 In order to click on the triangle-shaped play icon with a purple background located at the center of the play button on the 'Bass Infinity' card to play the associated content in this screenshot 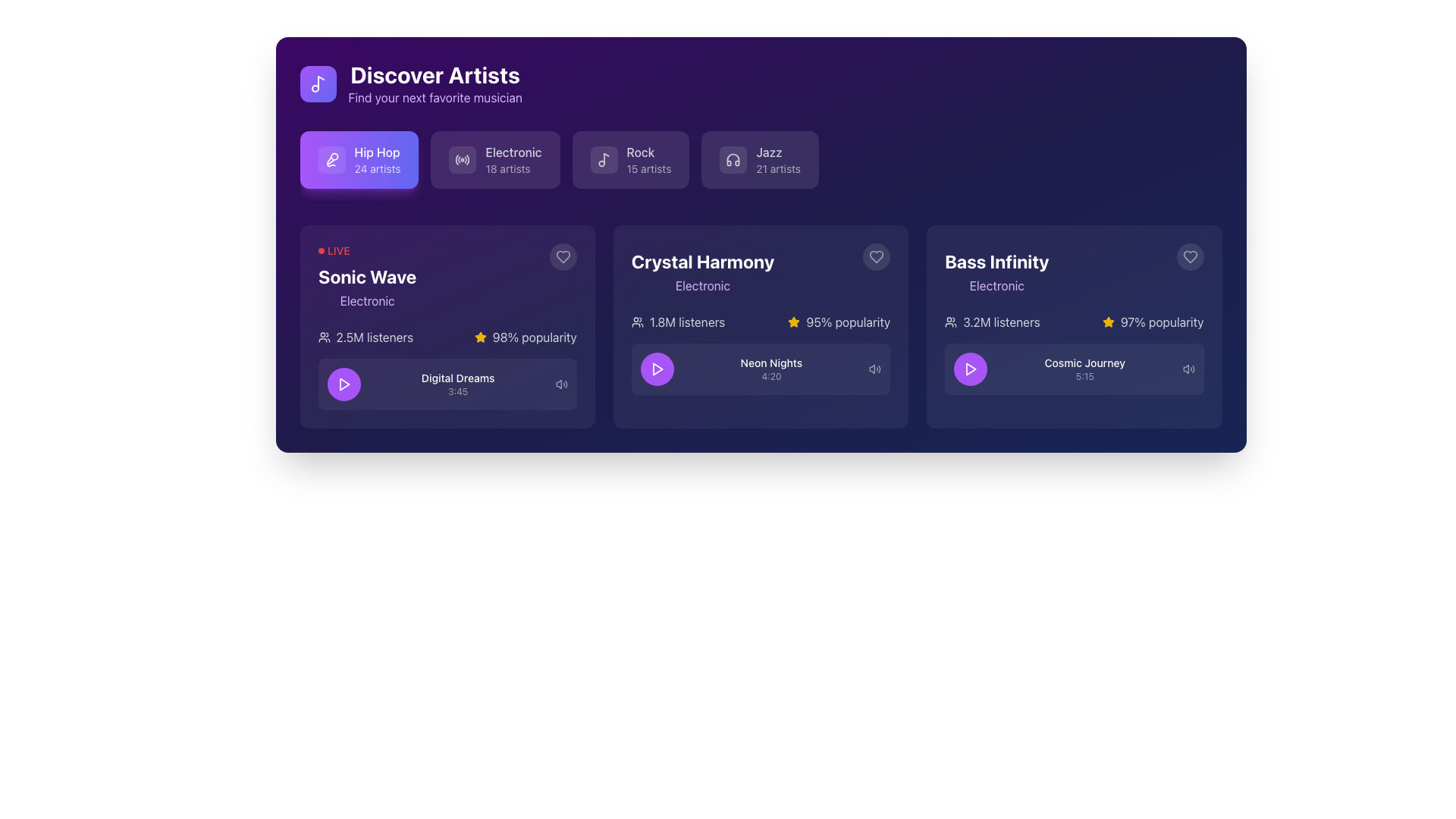, I will do `click(971, 369)`.